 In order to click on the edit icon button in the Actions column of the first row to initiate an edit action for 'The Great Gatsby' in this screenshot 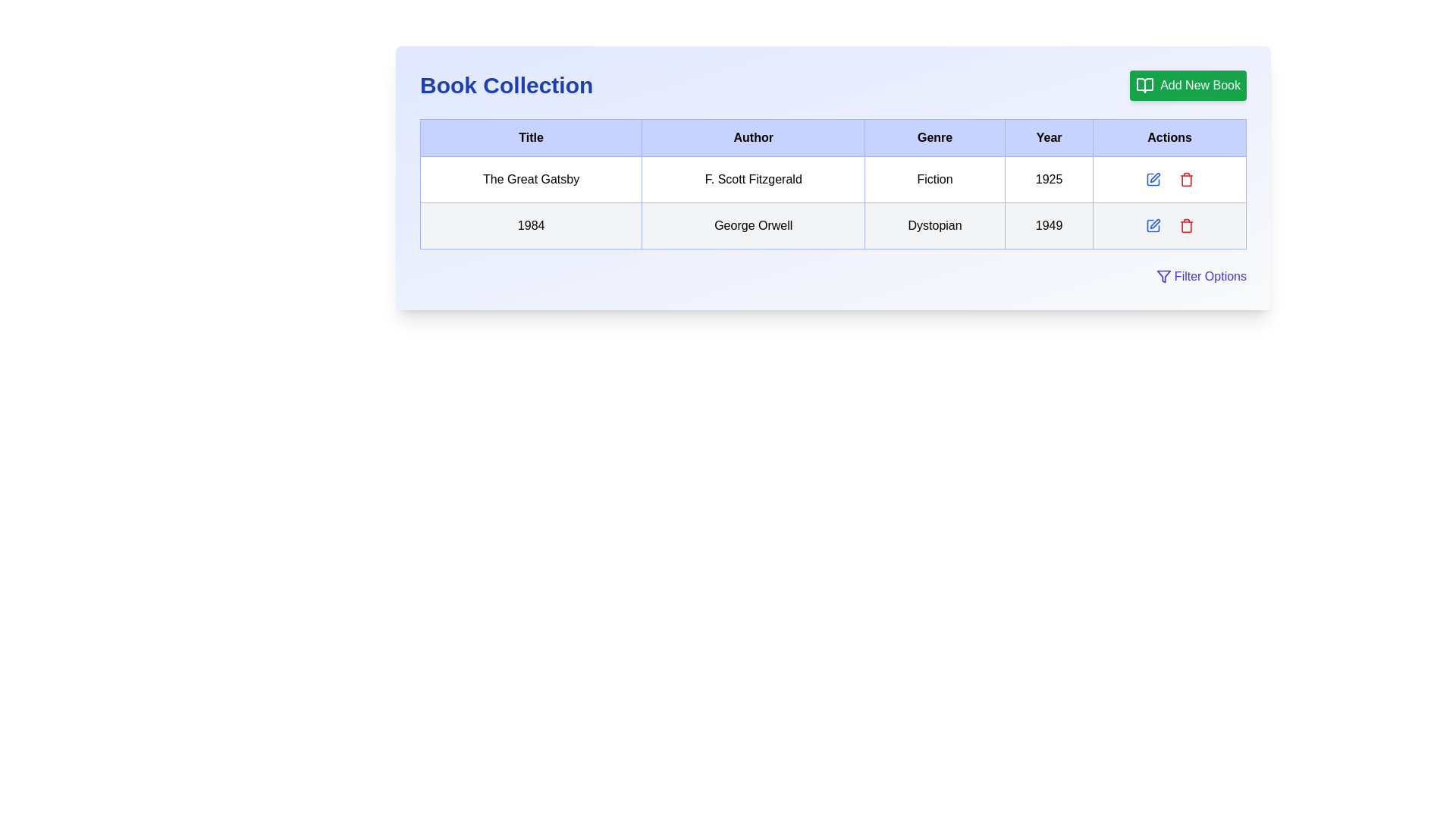, I will do `click(1153, 178)`.